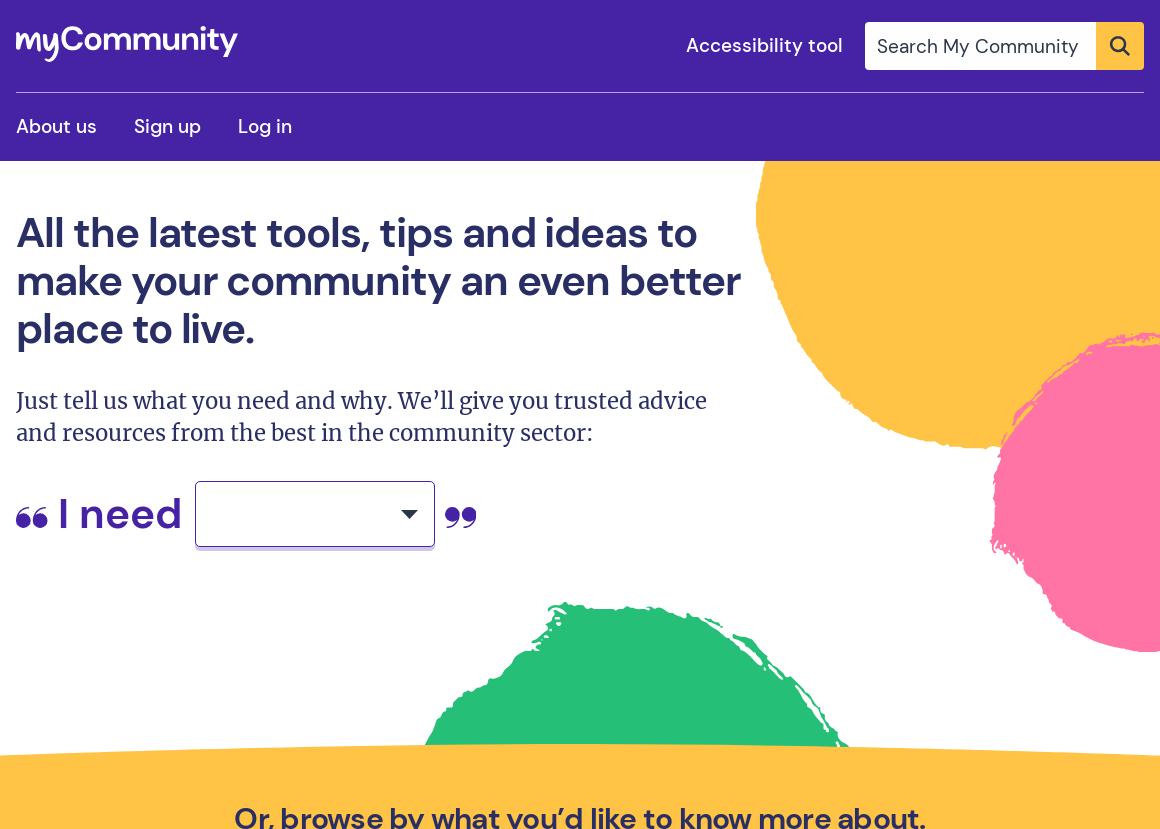 Image resolution: width=1160 pixels, height=829 pixels. I want to click on 'Accessibility tool', so click(685, 44).